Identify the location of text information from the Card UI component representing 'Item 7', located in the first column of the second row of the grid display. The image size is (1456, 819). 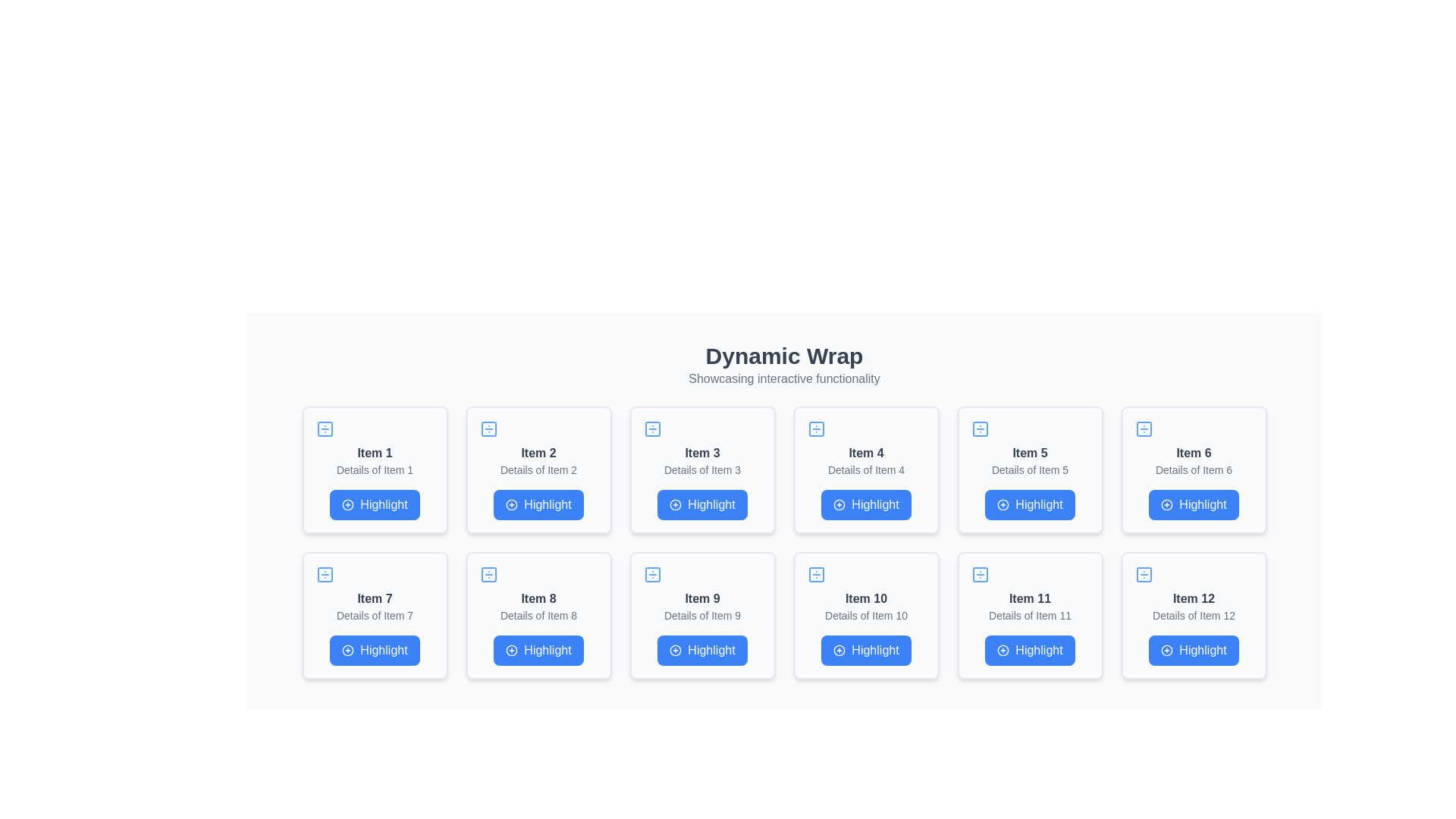
(375, 616).